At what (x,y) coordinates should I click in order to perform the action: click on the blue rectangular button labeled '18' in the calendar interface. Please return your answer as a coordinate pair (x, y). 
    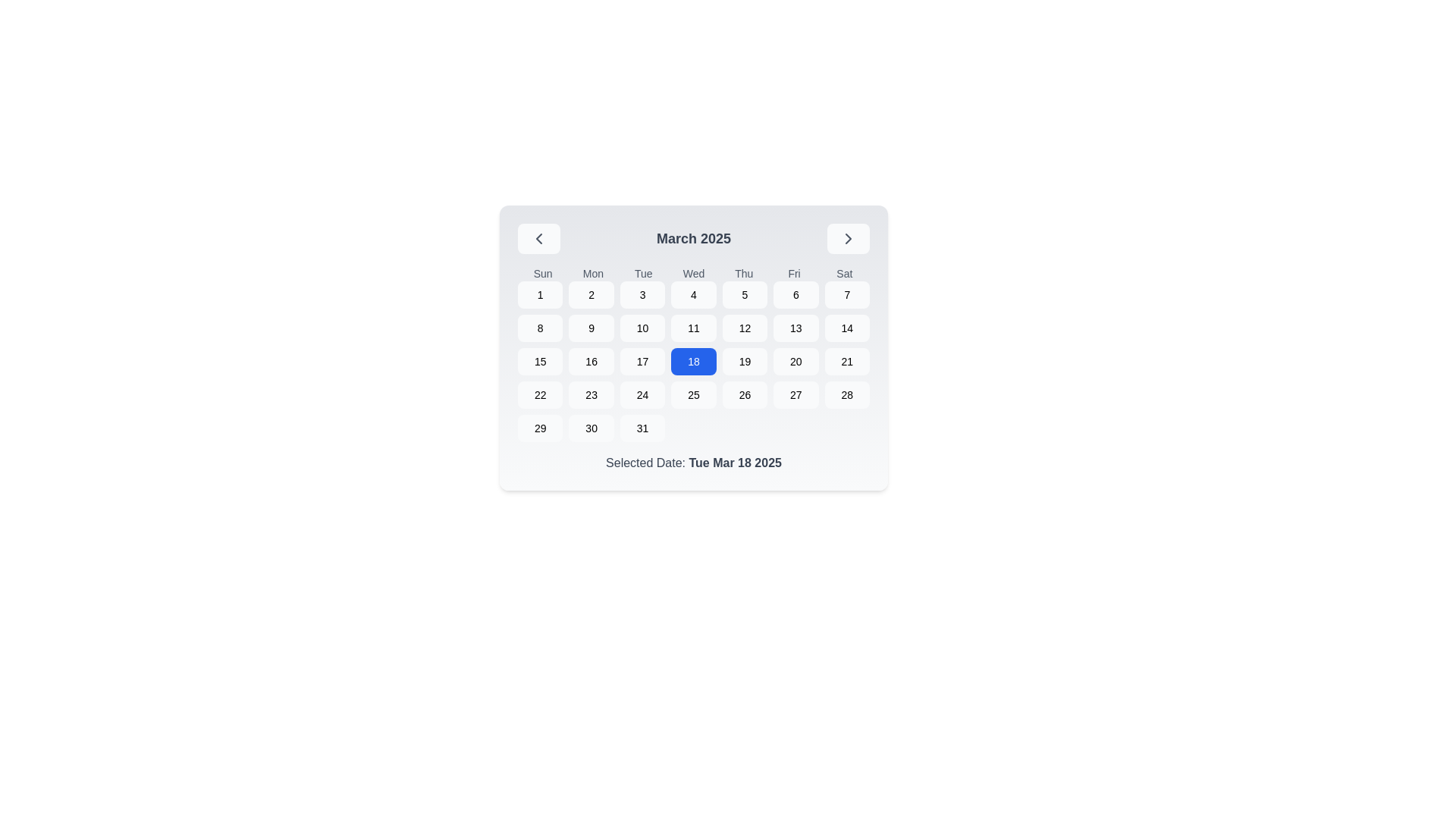
    Looking at the image, I should click on (693, 362).